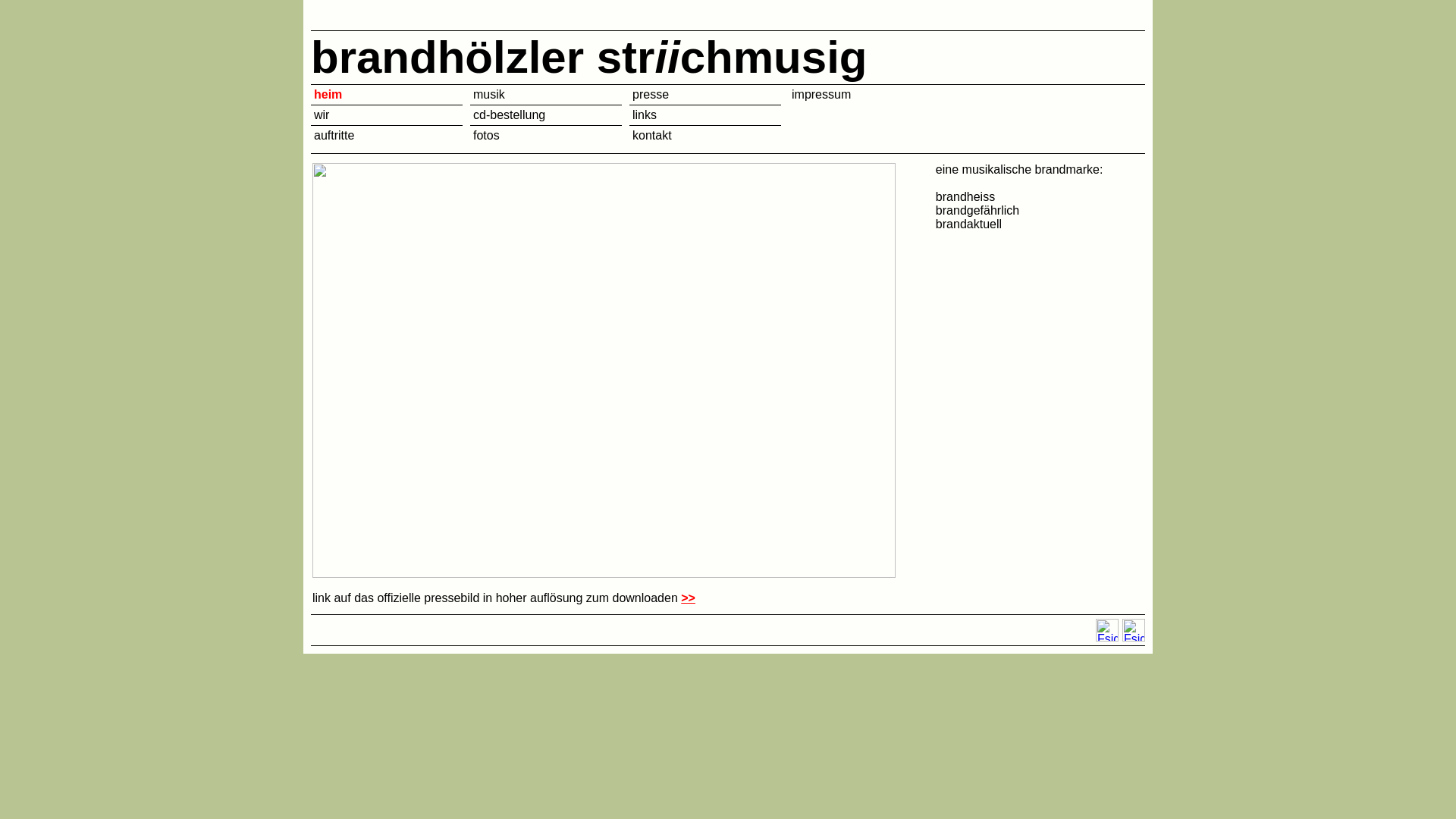 The image size is (1456, 819). I want to click on 'presse', so click(651, 94).